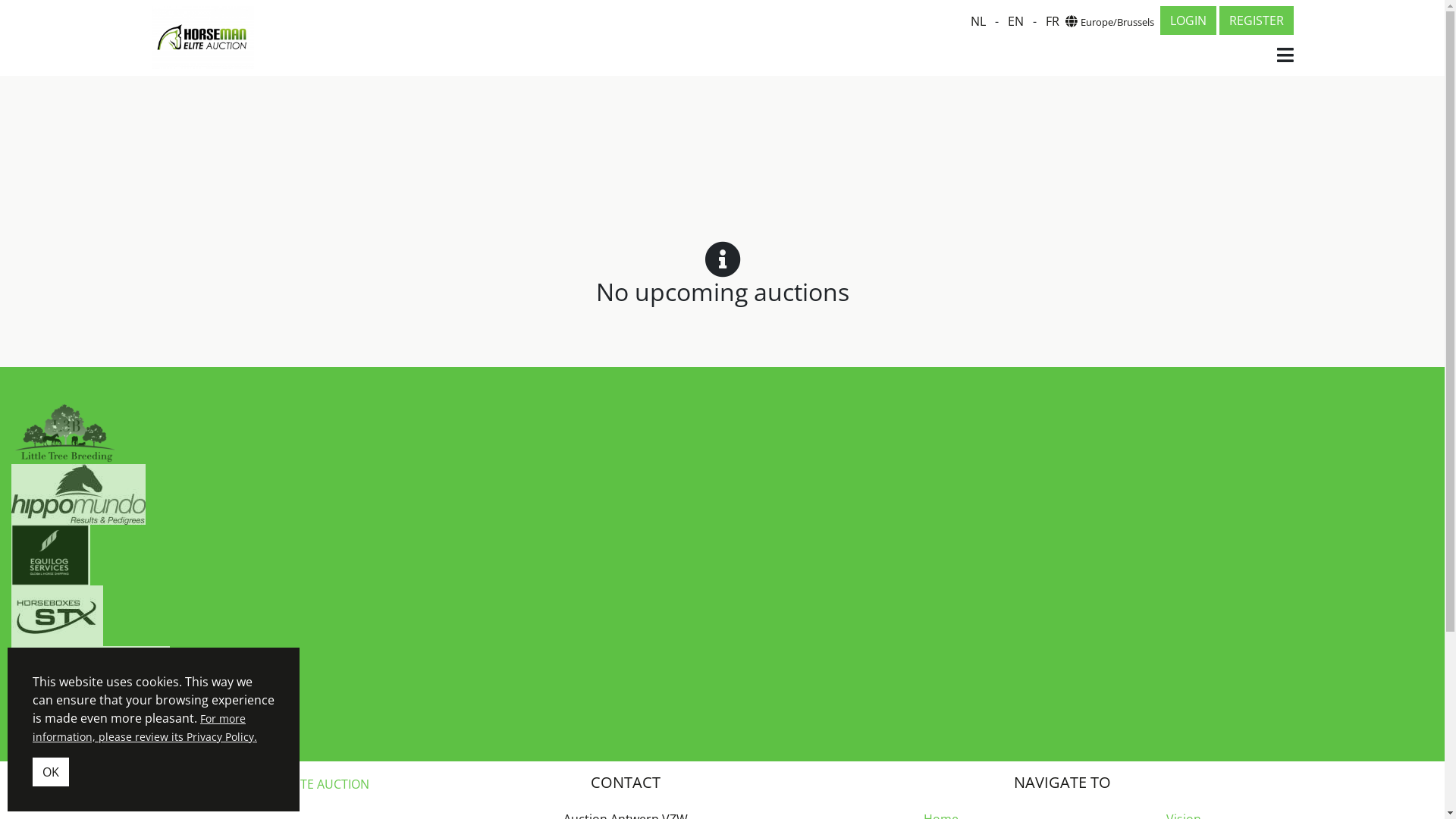 The image size is (1456, 819). What do you see at coordinates (51, 772) in the screenshot?
I see `'OK'` at bounding box center [51, 772].